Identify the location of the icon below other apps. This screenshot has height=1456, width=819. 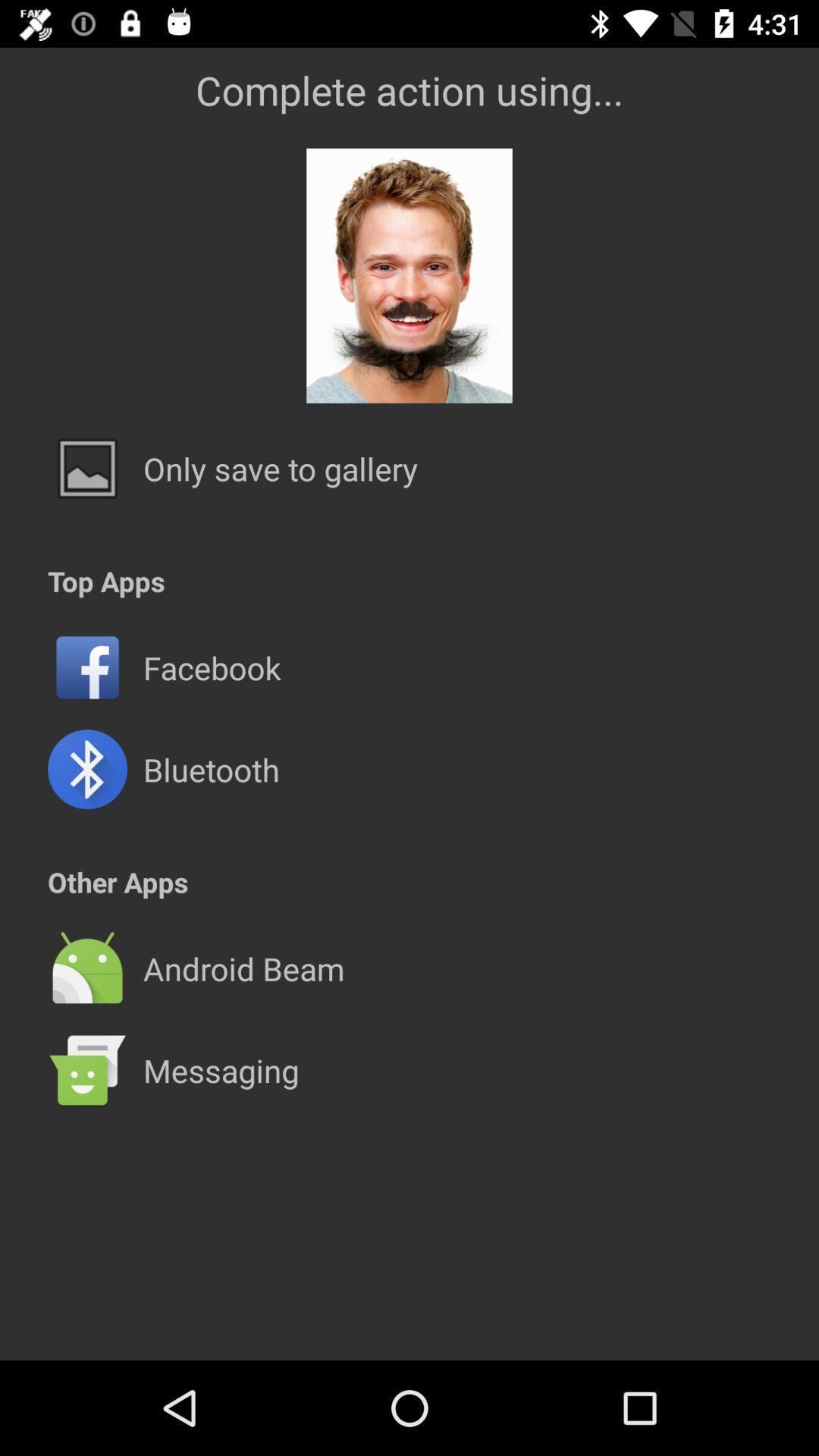
(409, 917).